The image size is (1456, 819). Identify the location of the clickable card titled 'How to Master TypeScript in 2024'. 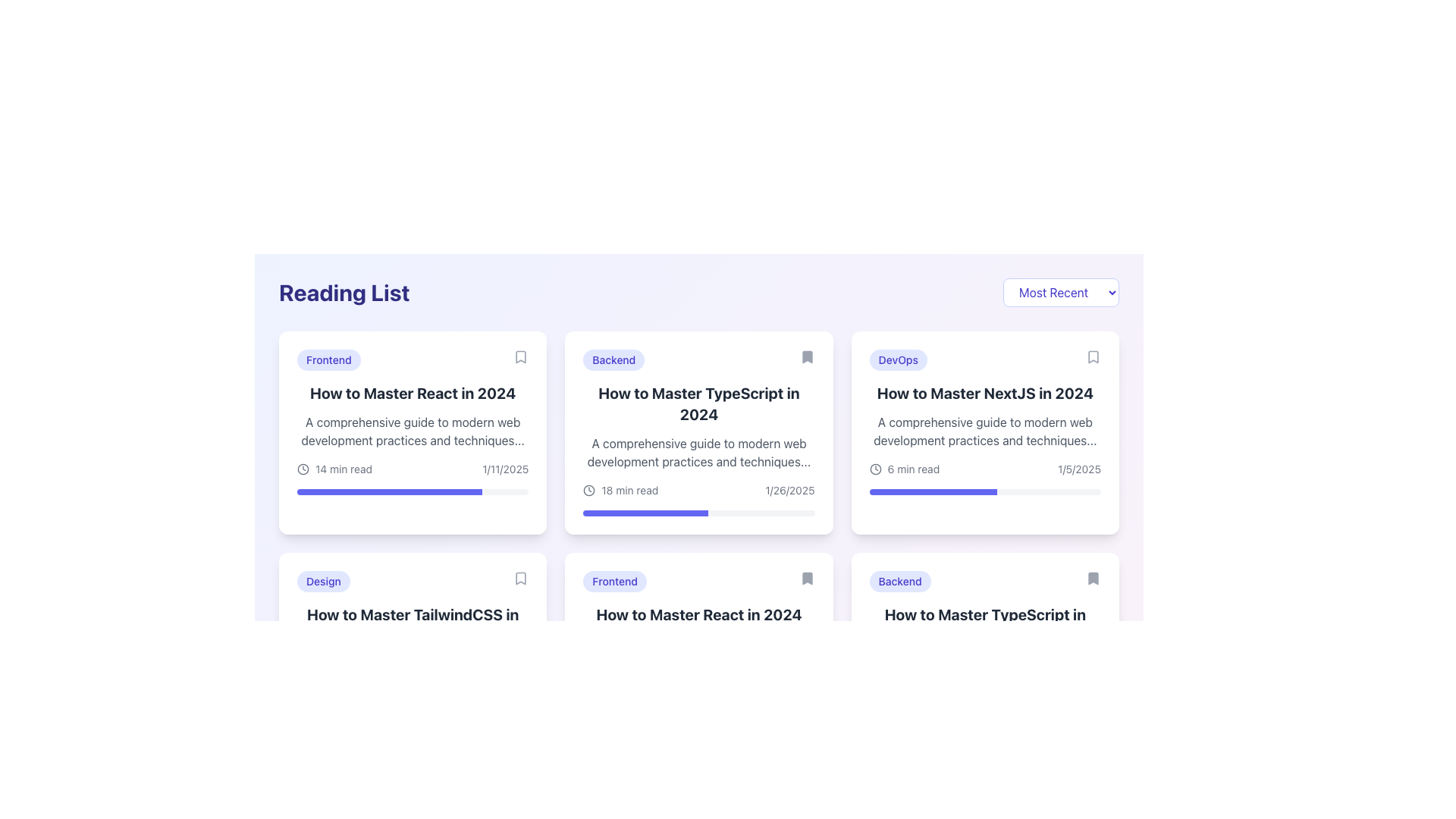
(698, 432).